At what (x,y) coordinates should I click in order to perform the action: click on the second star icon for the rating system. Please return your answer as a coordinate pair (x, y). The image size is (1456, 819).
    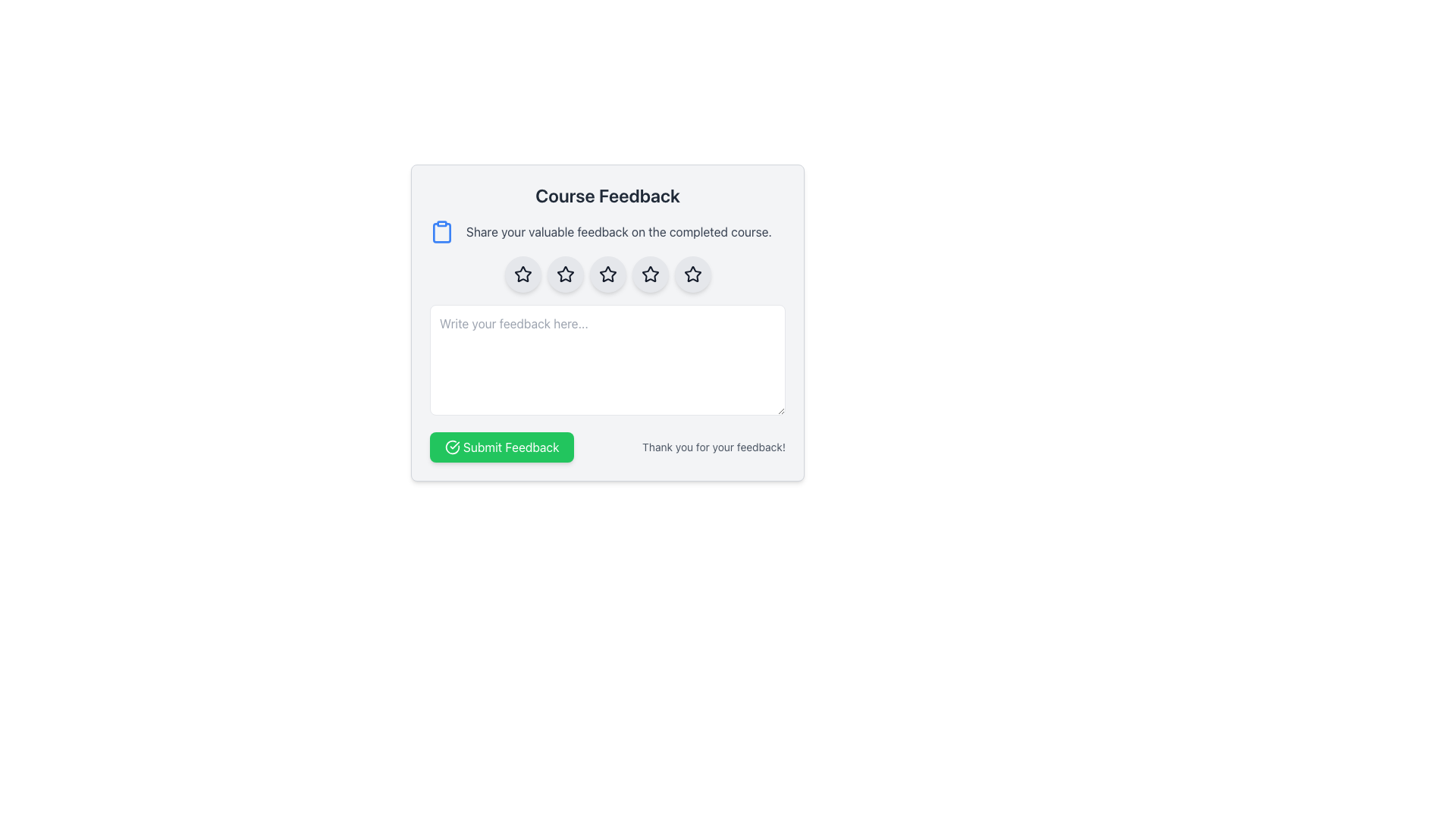
    Looking at the image, I should click on (607, 275).